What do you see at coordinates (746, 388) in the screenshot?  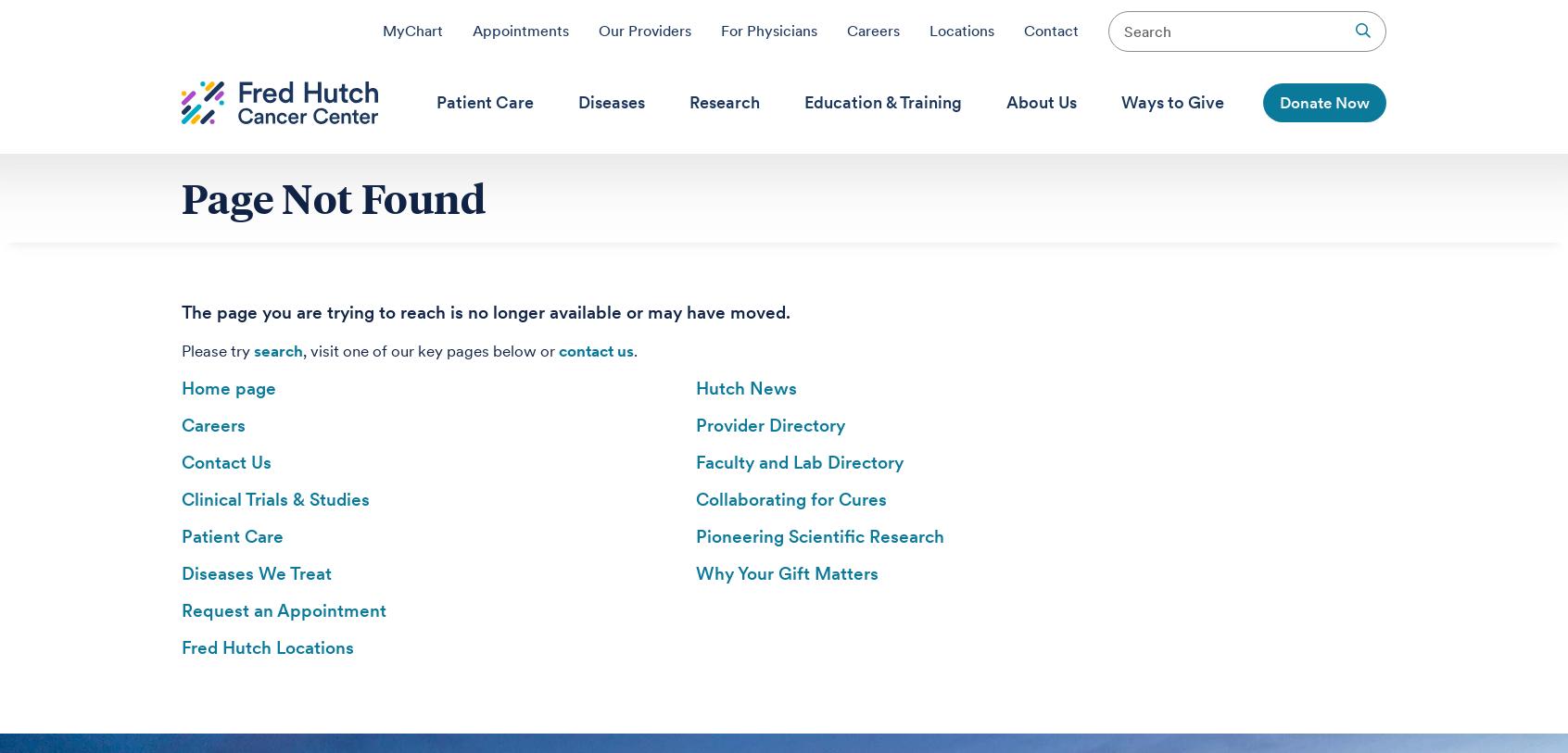 I see `'Hutch News'` at bounding box center [746, 388].